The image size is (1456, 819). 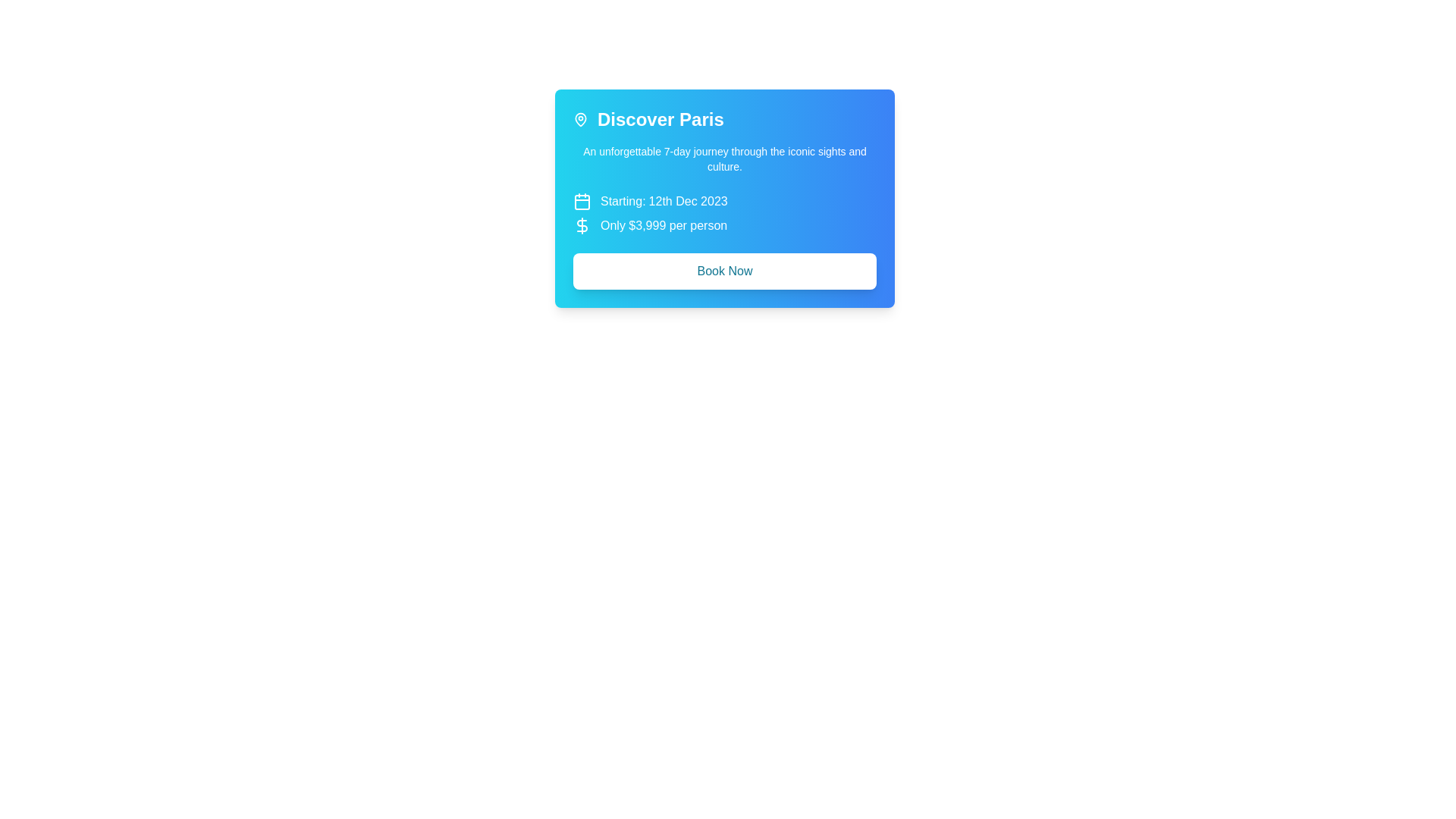 I want to click on the informative text element displaying 'Only $3,999 per person' with a dollar sign icon, located below 'Starting: 12th Dec 2023', so click(x=723, y=225).